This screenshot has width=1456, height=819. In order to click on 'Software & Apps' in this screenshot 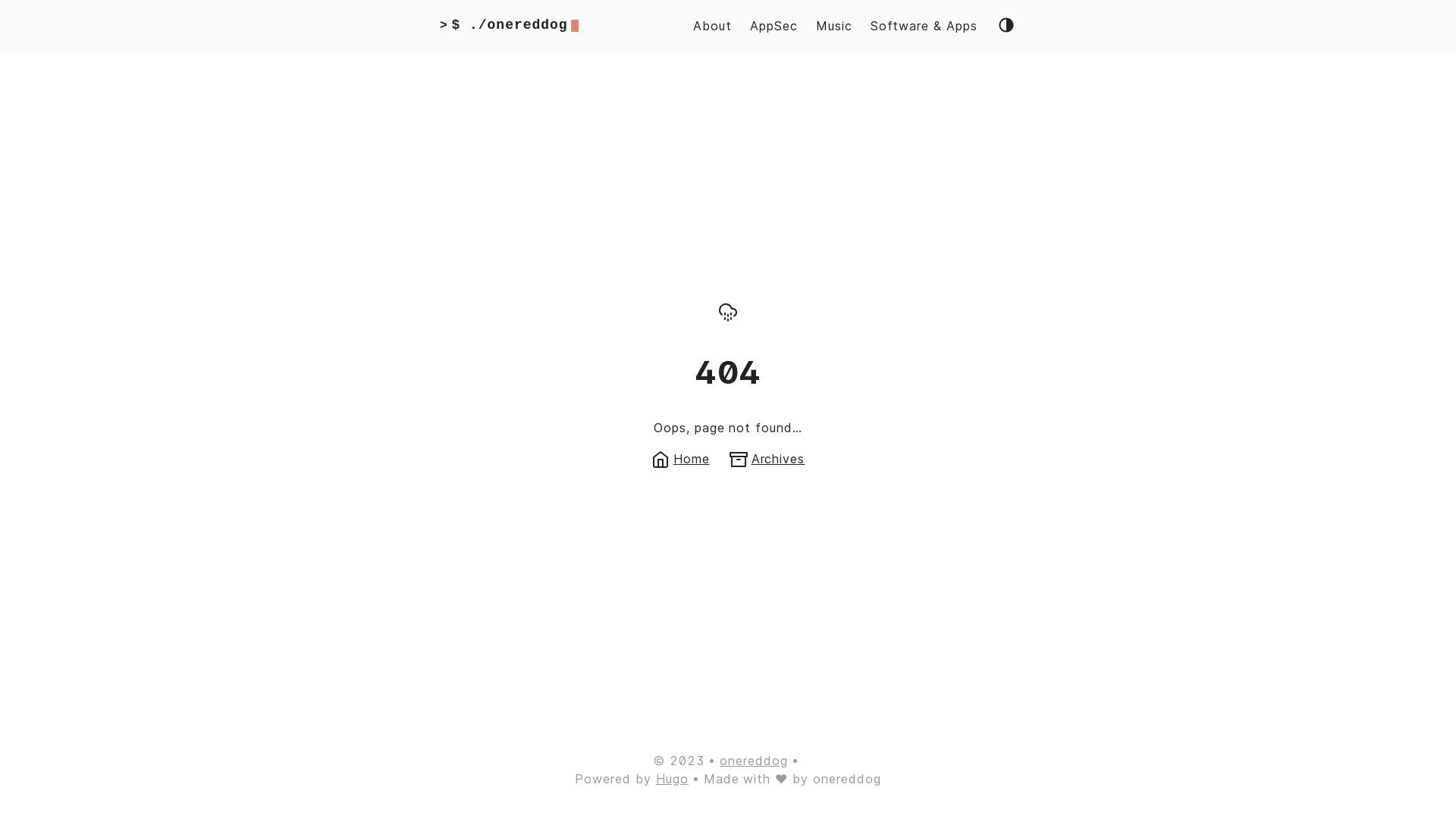, I will do `click(870, 26)`.